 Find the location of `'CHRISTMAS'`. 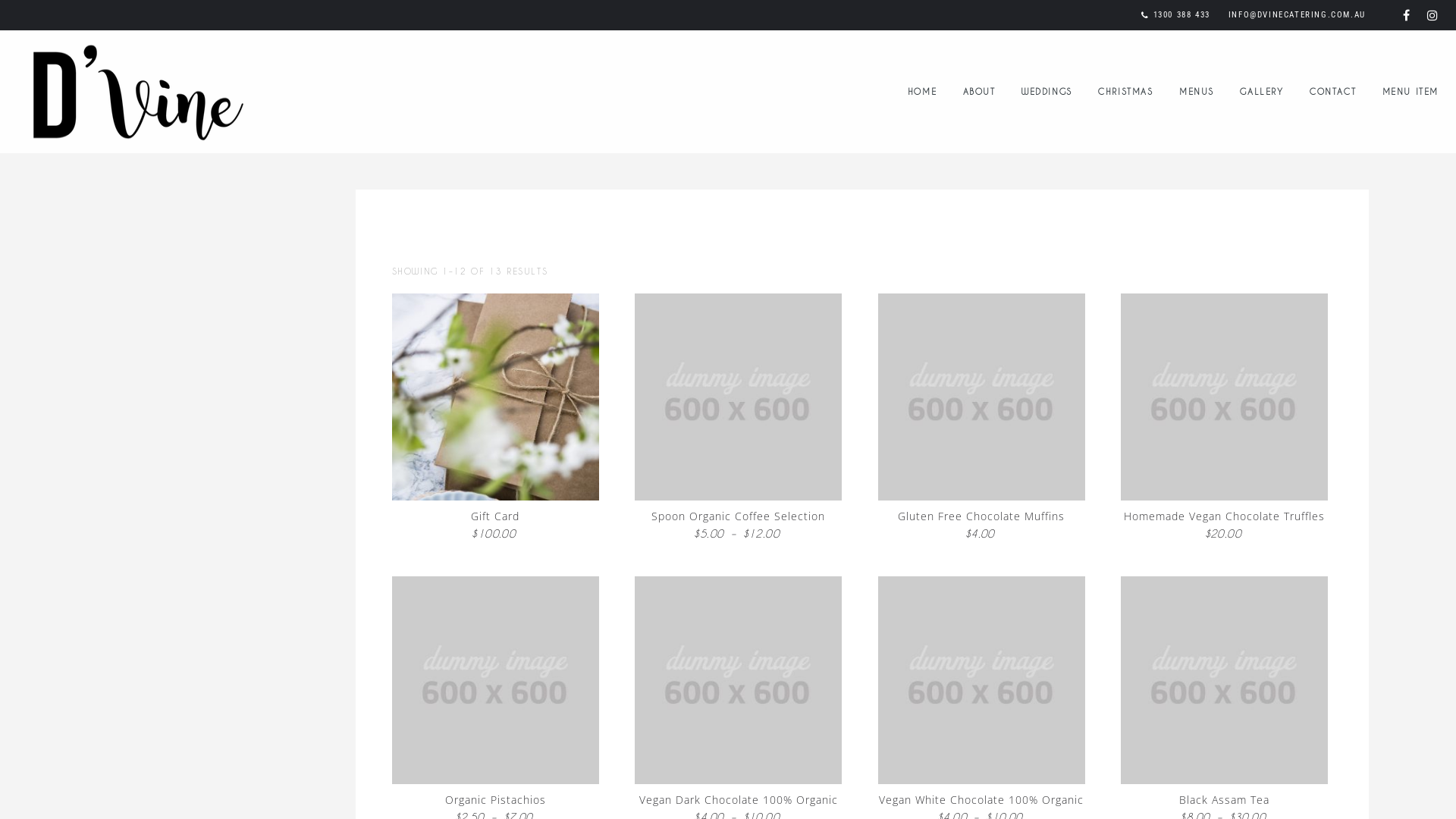

'CHRISTMAS' is located at coordinates (1125, 90).